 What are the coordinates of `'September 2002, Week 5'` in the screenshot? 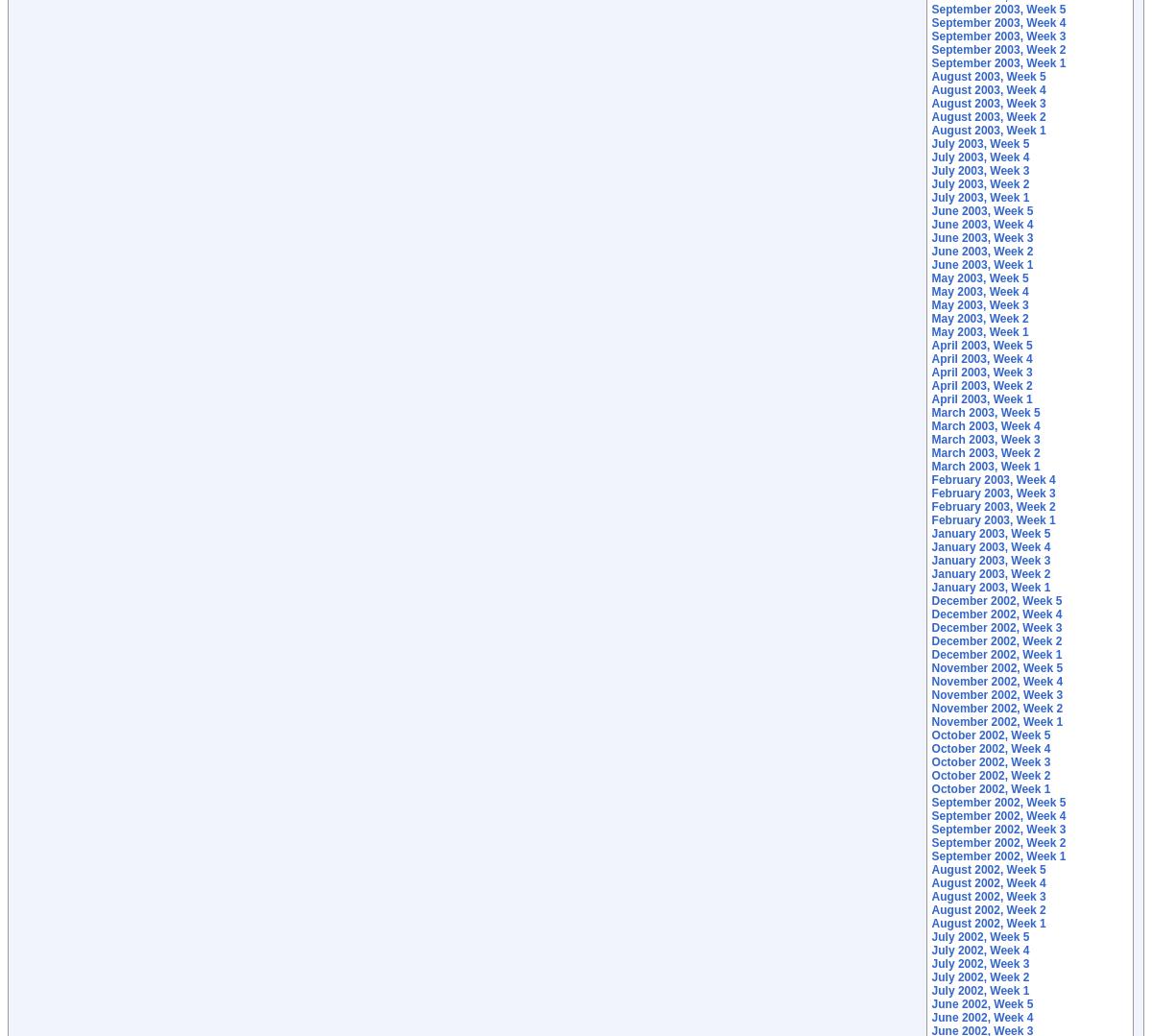 It's located at (998, 803).